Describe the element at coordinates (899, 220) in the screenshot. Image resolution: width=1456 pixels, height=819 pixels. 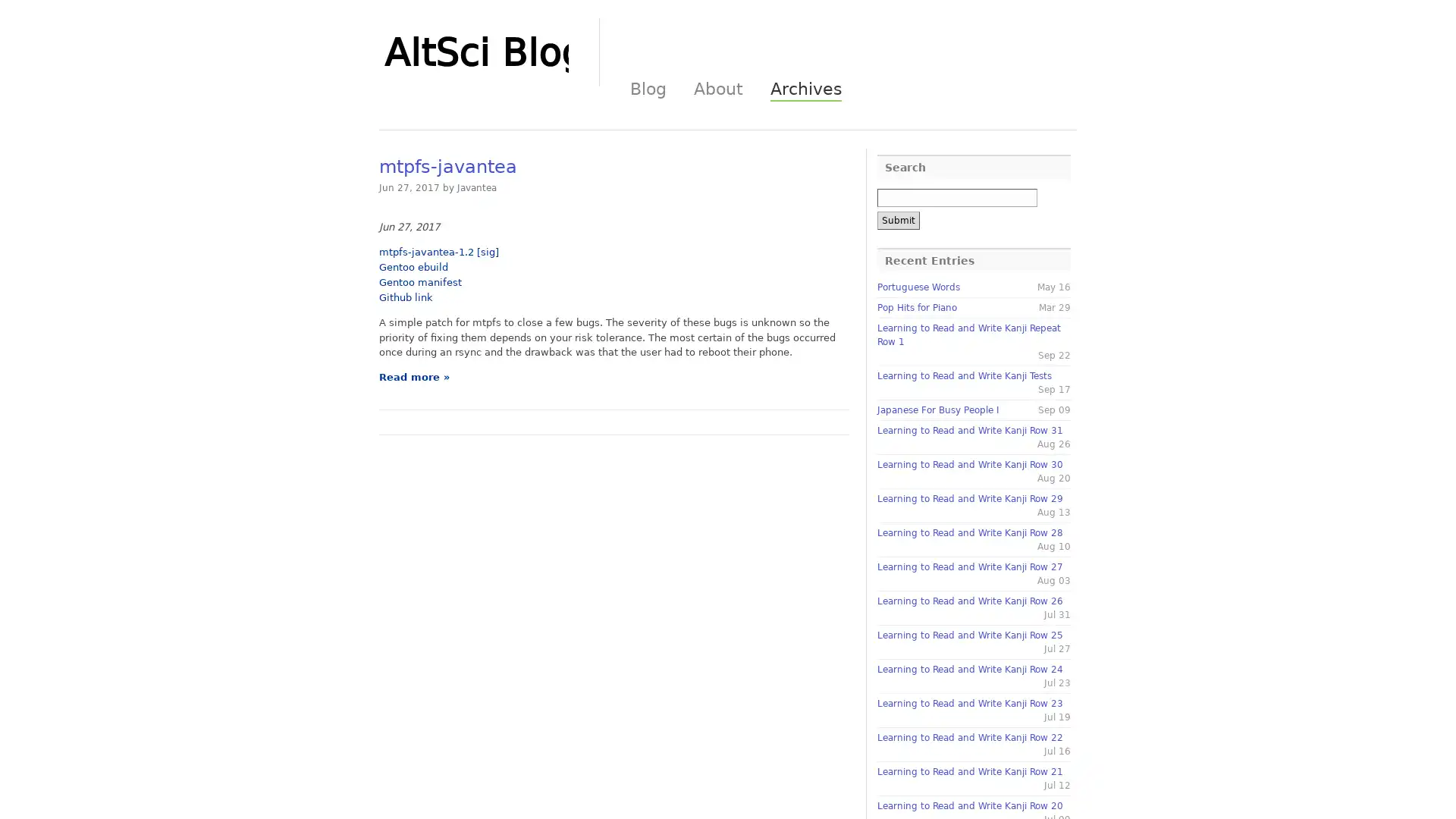
I see `Submit` at that location.